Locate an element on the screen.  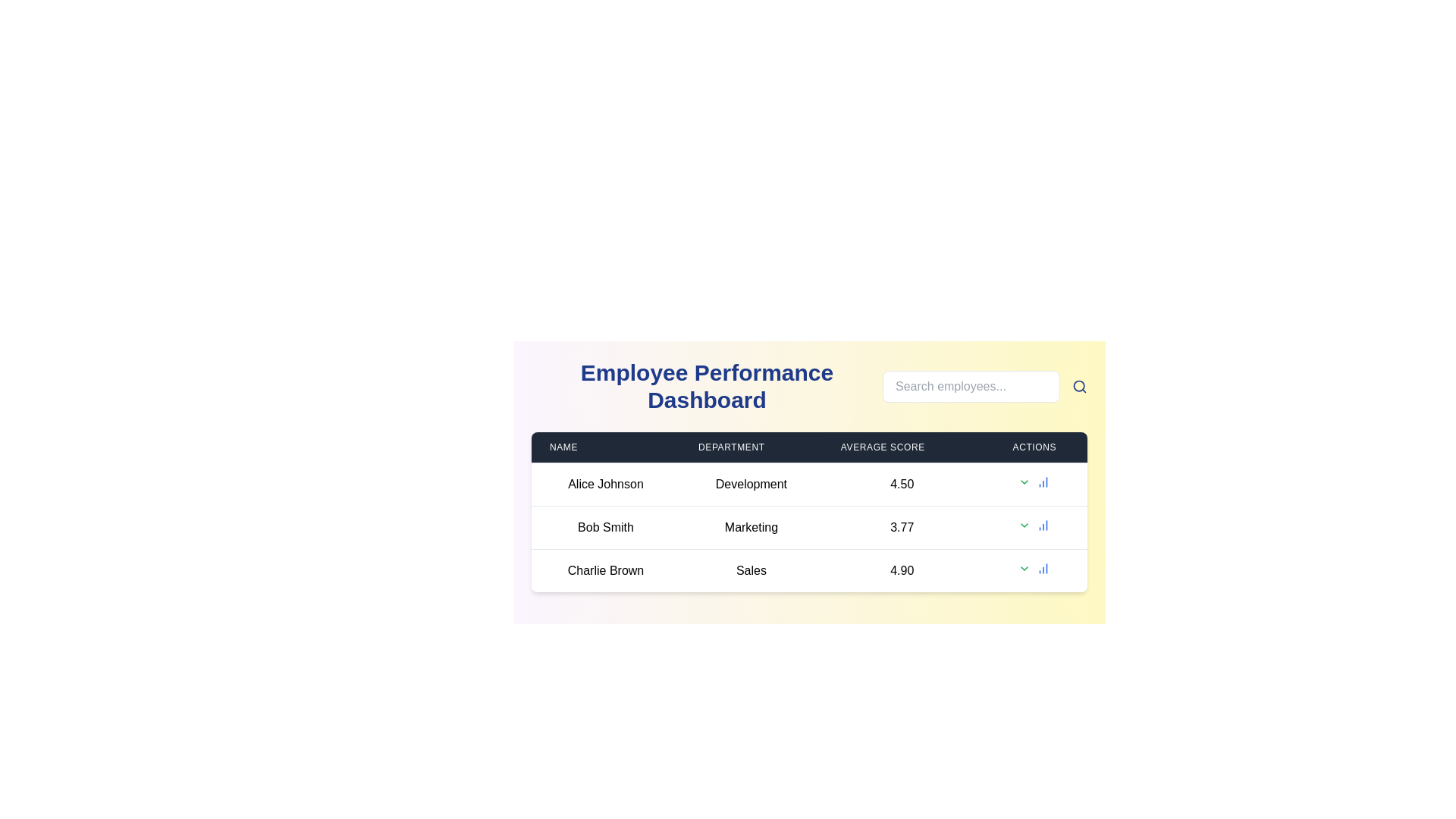
the table header titled 'DEPARTMENT', which is styled in uppercase white text against a dark background and is the second header in the sequence within the table's header row is located at coordinates (751, 447).